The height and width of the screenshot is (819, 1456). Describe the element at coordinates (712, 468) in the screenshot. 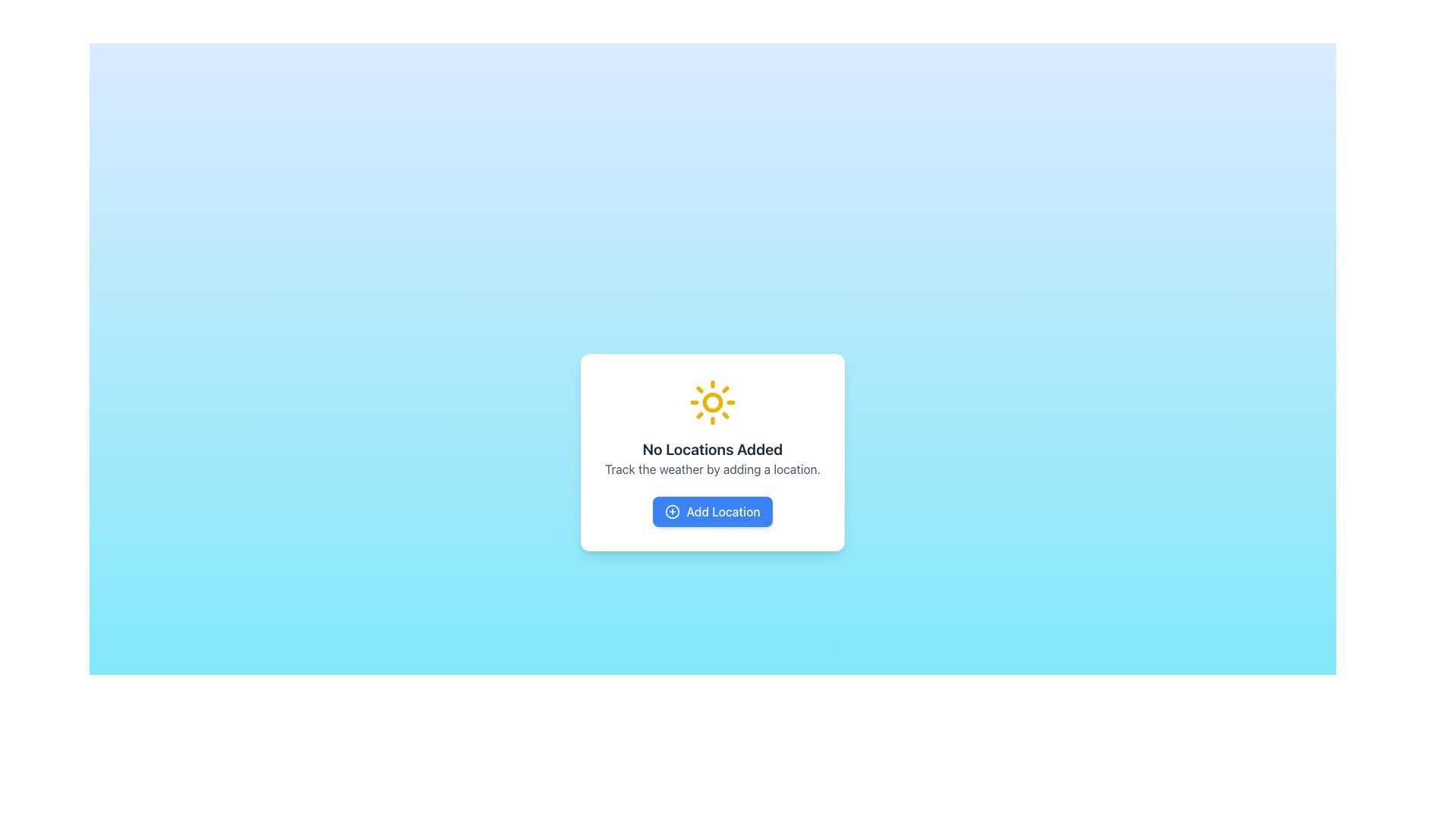

I see `the text label that says 'Track the weather by adding a location.' which is positioned at the bottom of the card interface, below the header 'No Locations Added.'` at that location.